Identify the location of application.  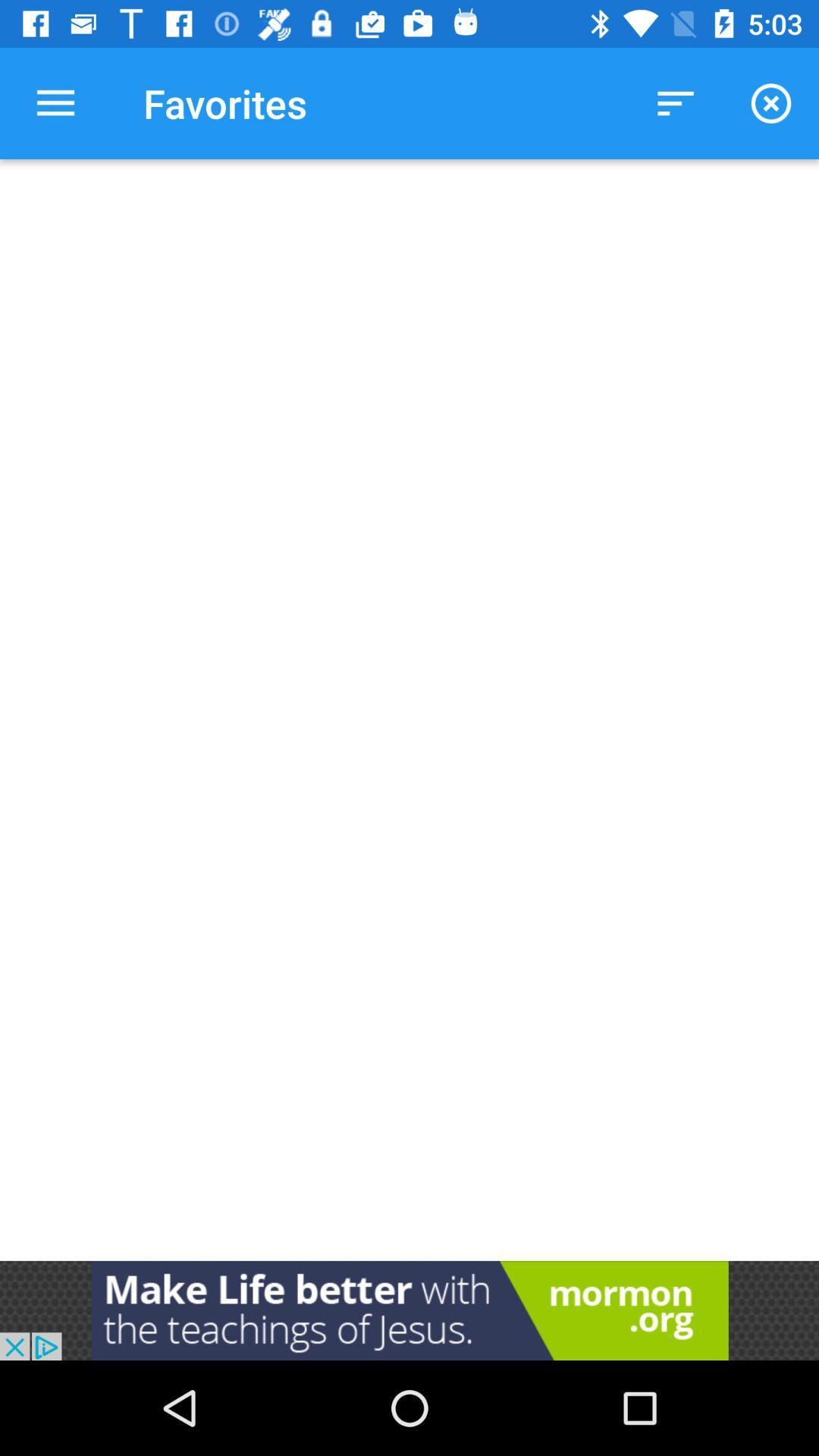
(409, 1310).